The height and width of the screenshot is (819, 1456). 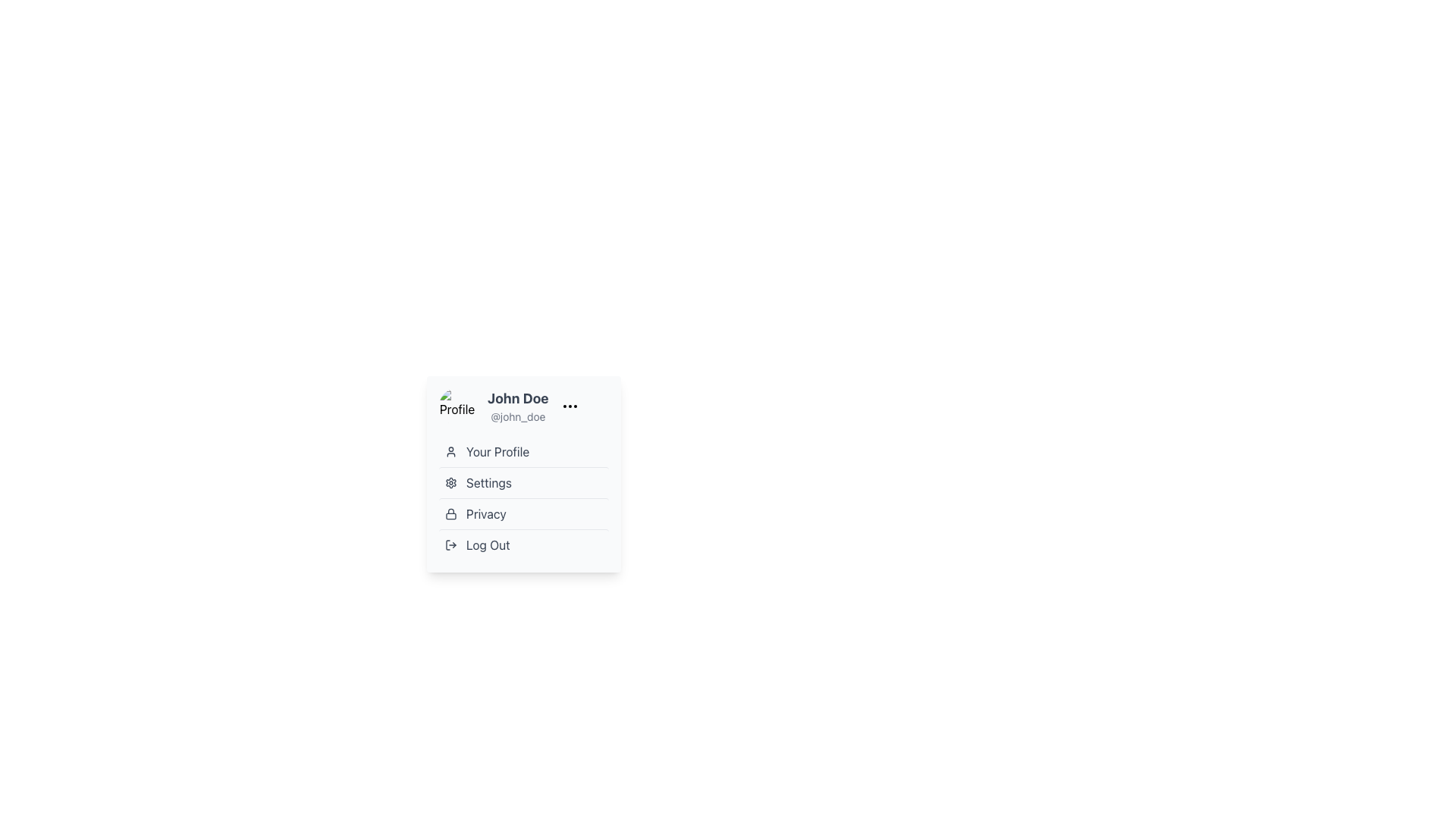 I want to click on the privacy settings list item, so click(x=524, y=513).